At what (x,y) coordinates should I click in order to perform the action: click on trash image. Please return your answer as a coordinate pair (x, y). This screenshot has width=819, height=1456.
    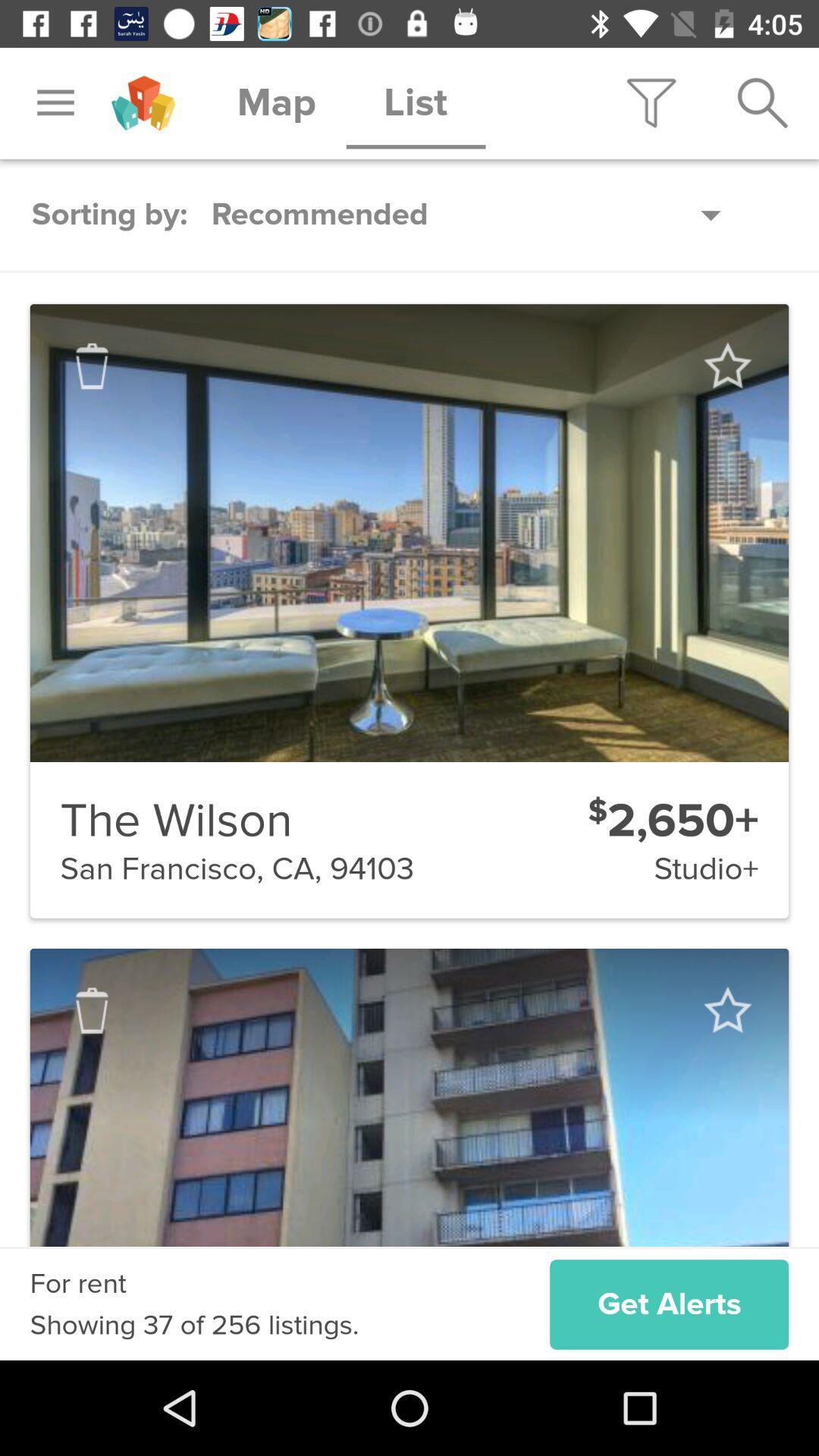
    Looking at the image, I should click on (92, 366).